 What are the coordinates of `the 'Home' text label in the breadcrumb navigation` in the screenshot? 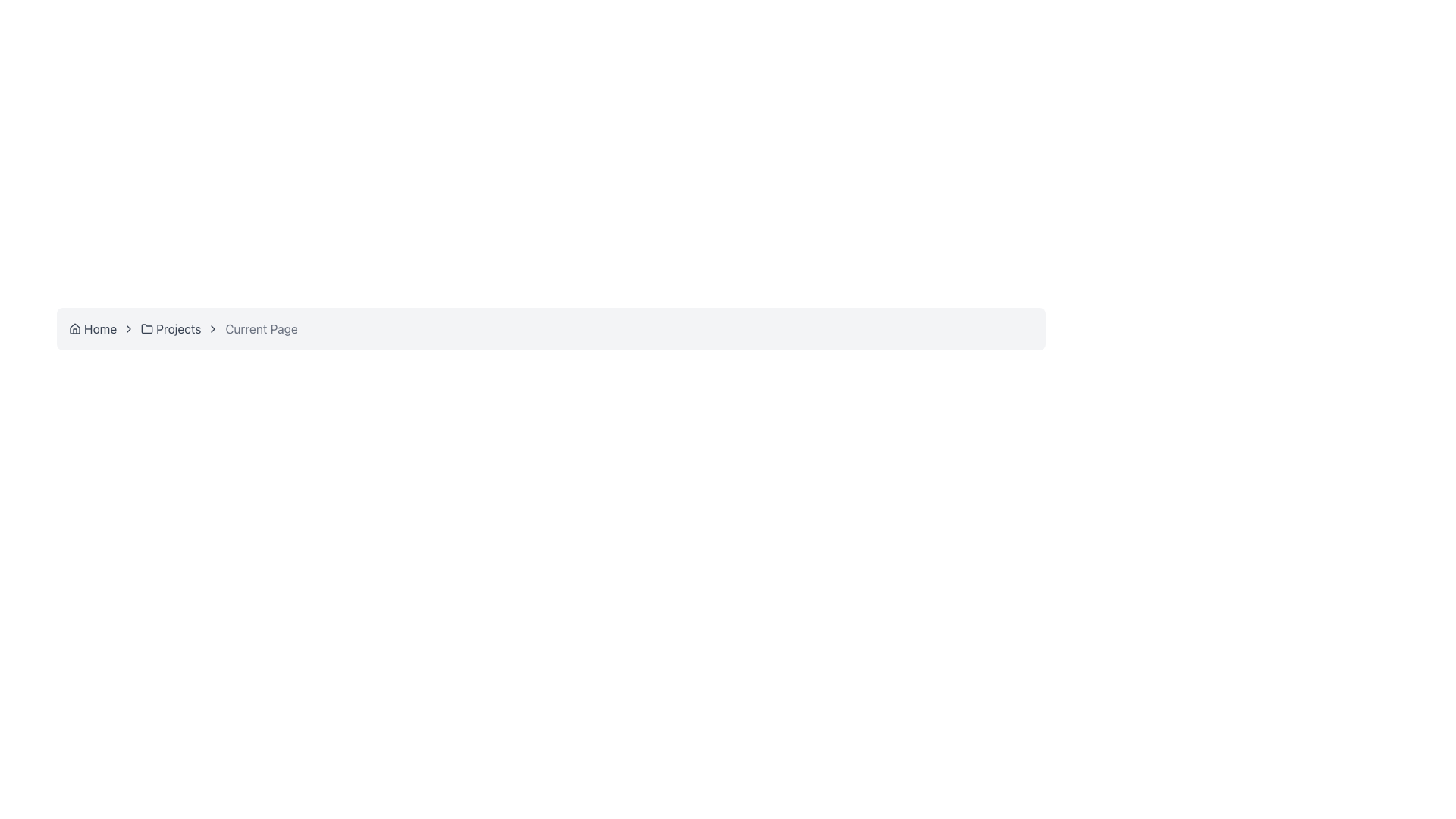 It's located at (99, 328).